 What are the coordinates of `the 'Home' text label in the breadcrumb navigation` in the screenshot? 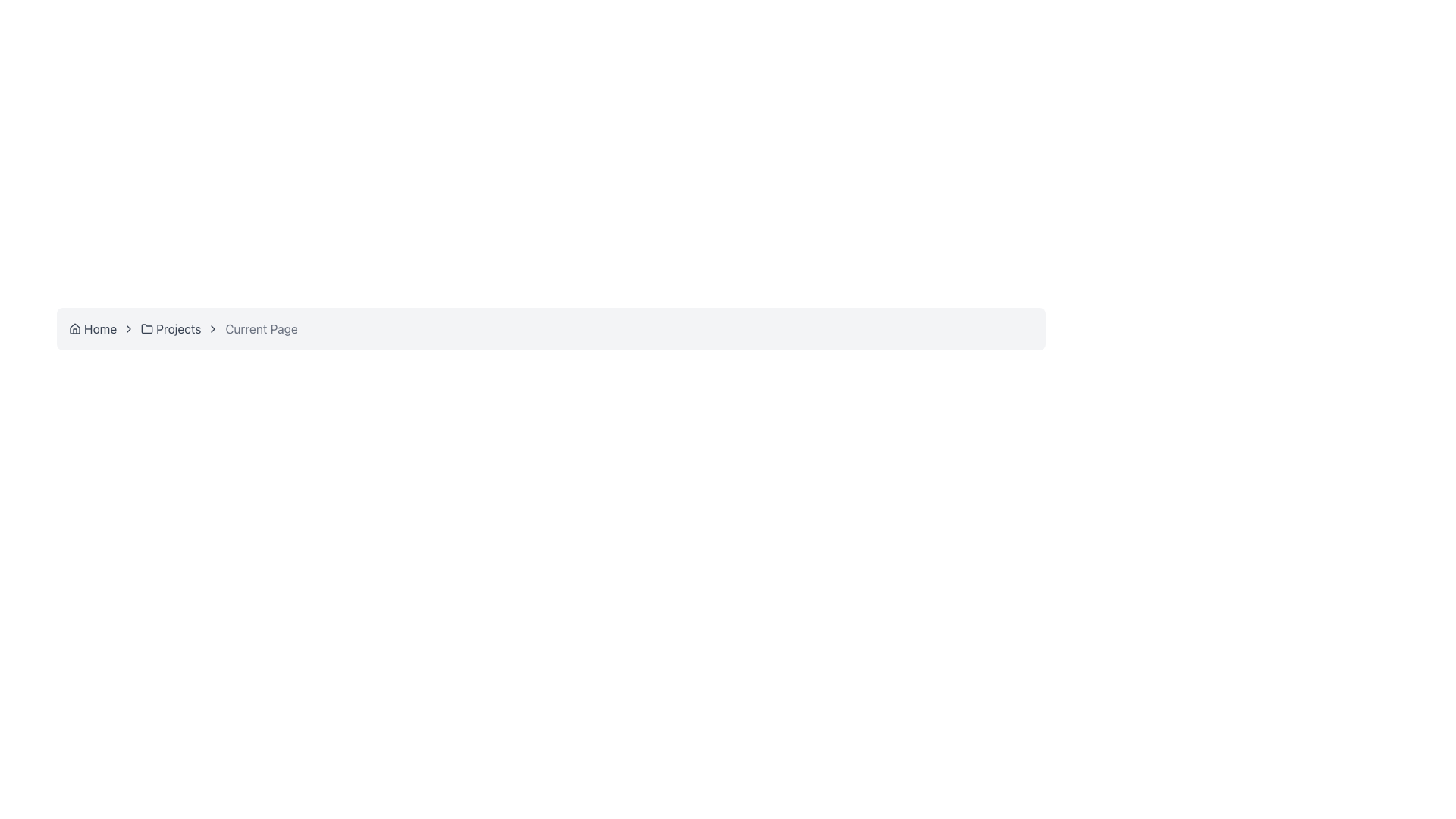 It's located at (99, 328).